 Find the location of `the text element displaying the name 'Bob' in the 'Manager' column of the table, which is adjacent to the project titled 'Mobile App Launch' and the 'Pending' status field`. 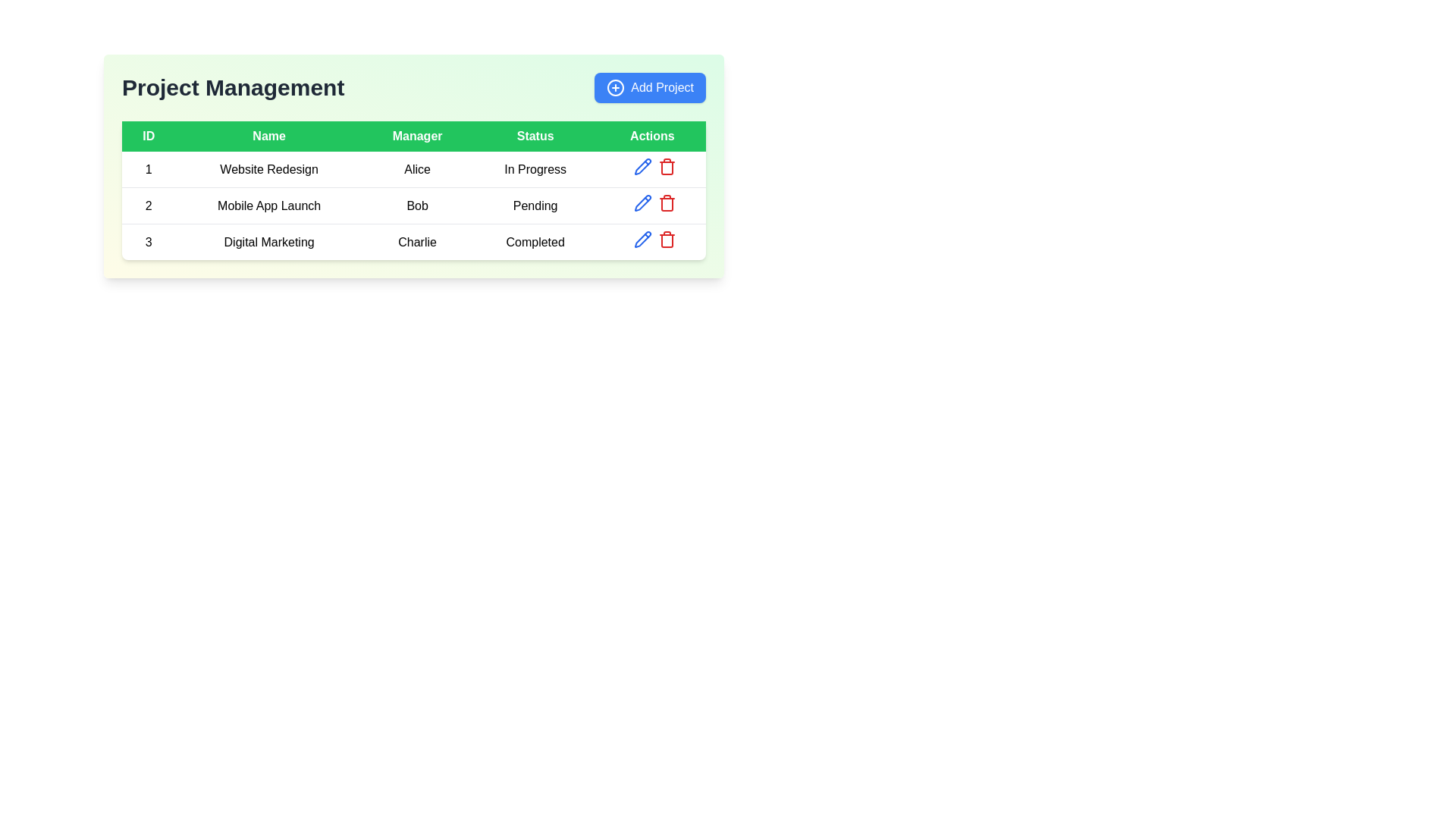

the text element displaying the name 'Bob' in the 'Manager' column of the table, which is adjacent to the project titled 'Mobile App Launch' and the 'Pending' status field is located at coordinates (417, 206).